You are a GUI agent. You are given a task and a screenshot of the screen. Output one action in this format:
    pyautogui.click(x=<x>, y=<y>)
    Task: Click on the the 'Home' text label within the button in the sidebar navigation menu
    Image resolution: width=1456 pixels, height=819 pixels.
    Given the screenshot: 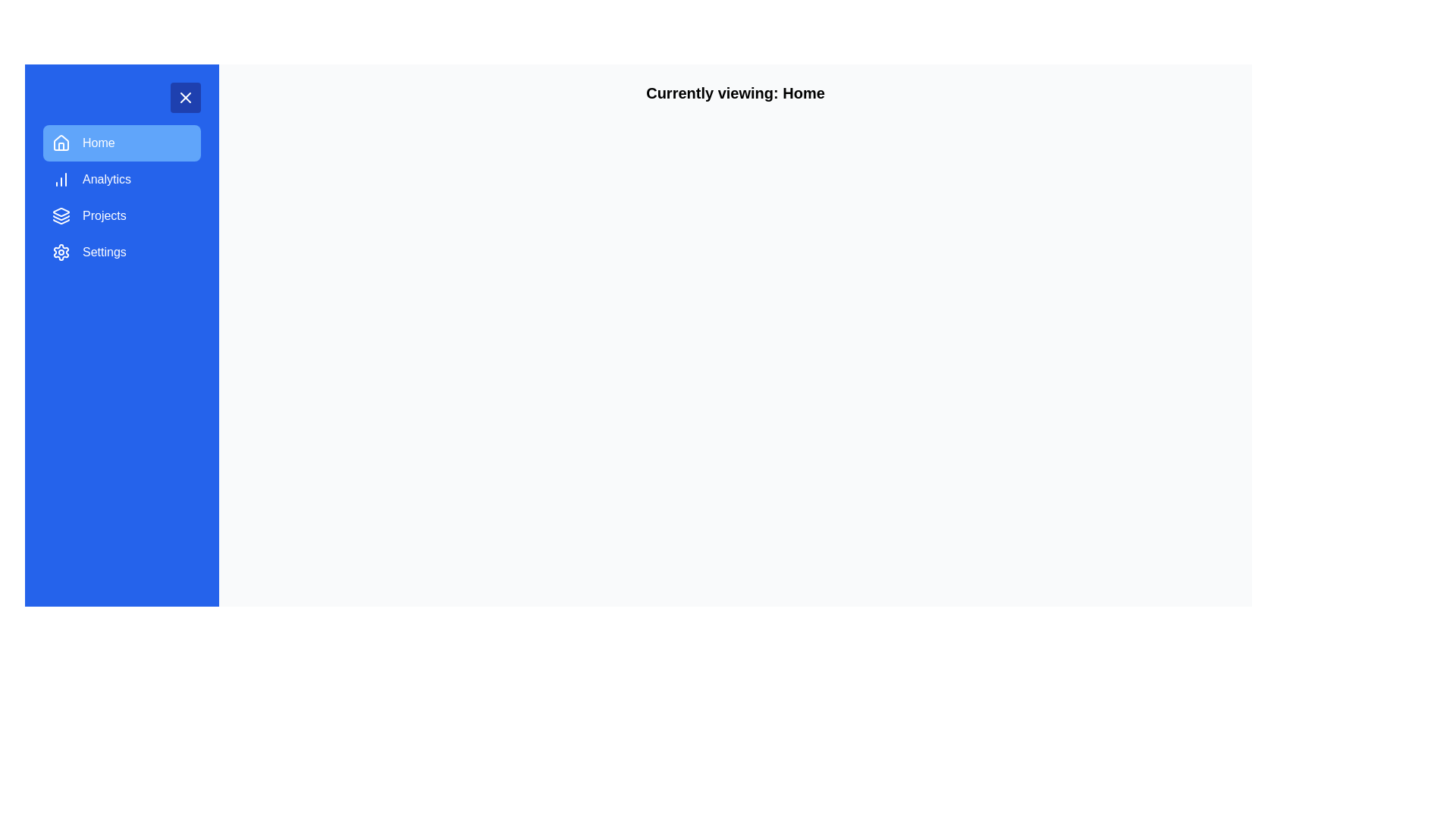 What is the action you would take?
    pyautogui.click(x=98, y=143)
    